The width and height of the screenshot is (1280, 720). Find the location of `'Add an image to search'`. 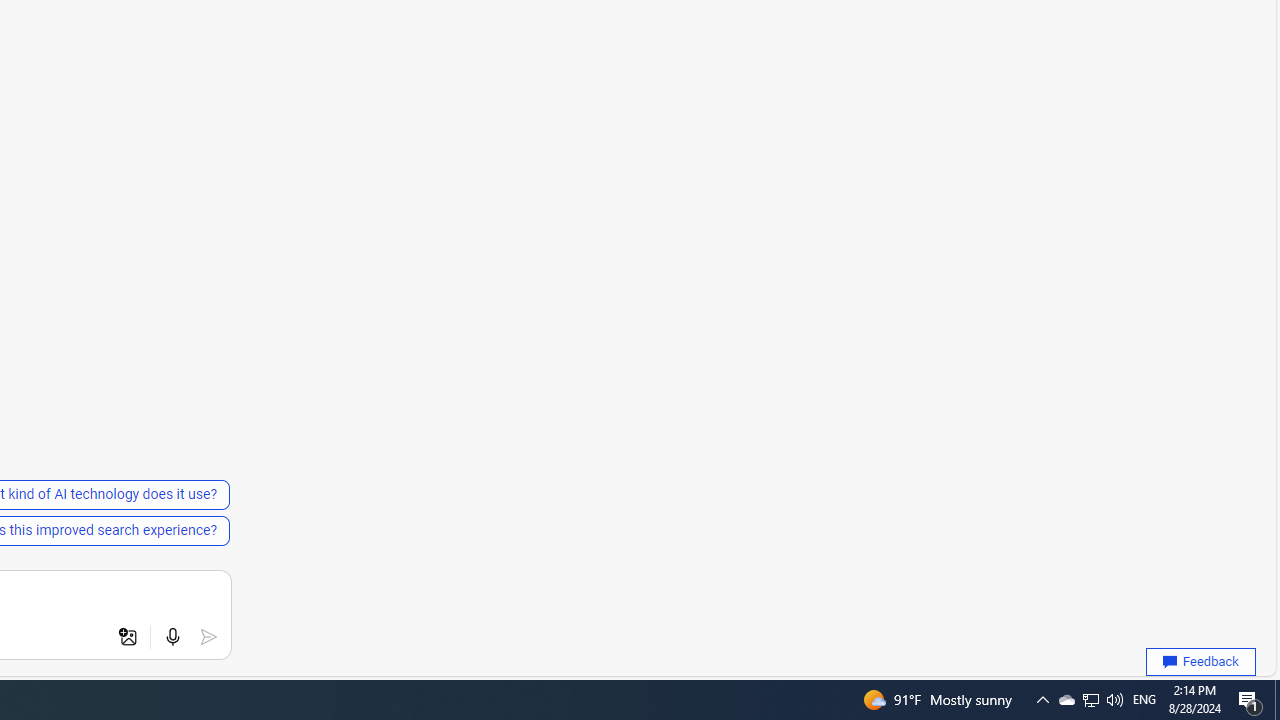

'Add an image to search' is located at coordinates (127, 637).